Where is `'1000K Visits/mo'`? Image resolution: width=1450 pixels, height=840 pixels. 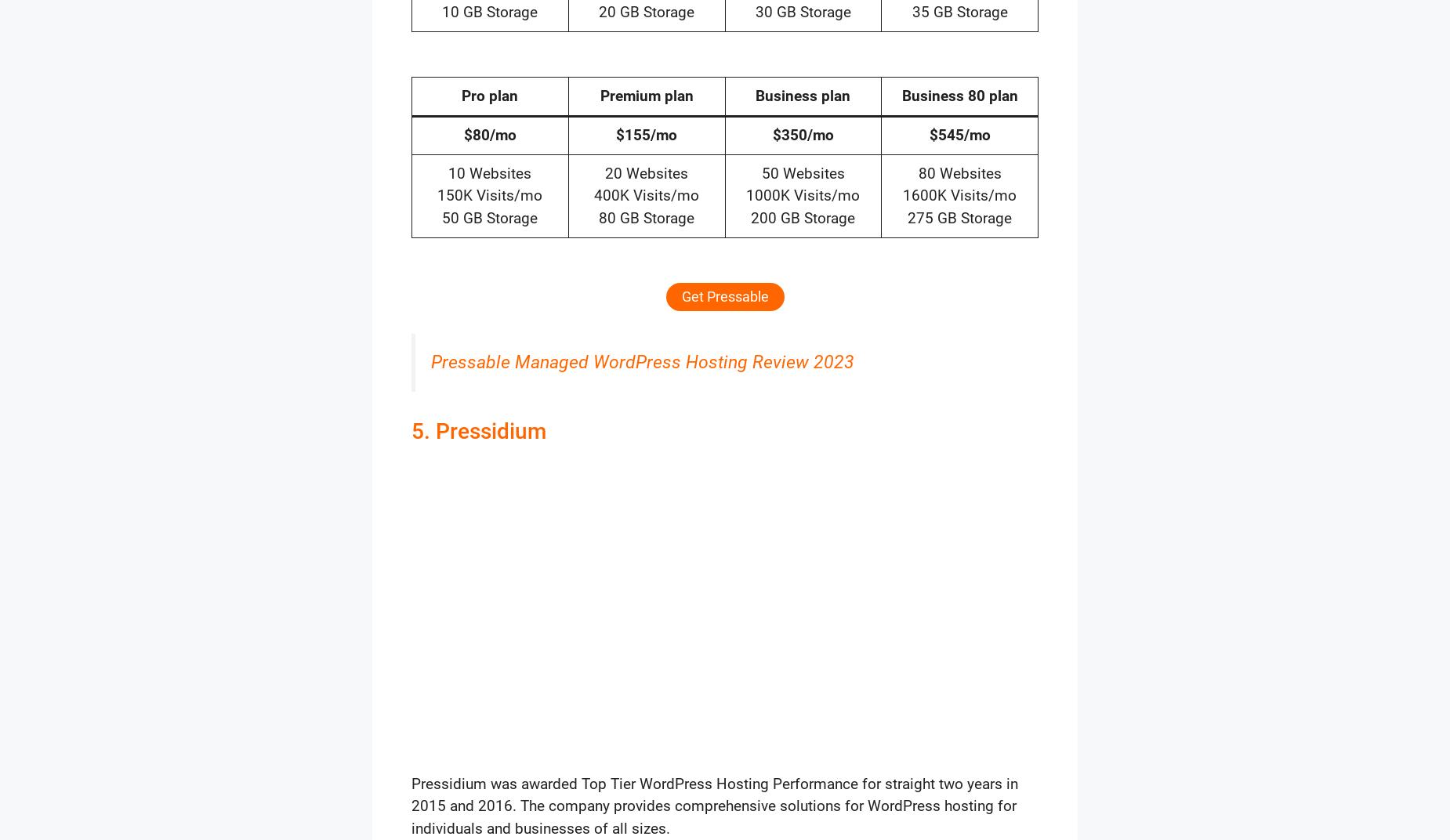 '1000K Visits/mo' is located at coordinates (802, 195).